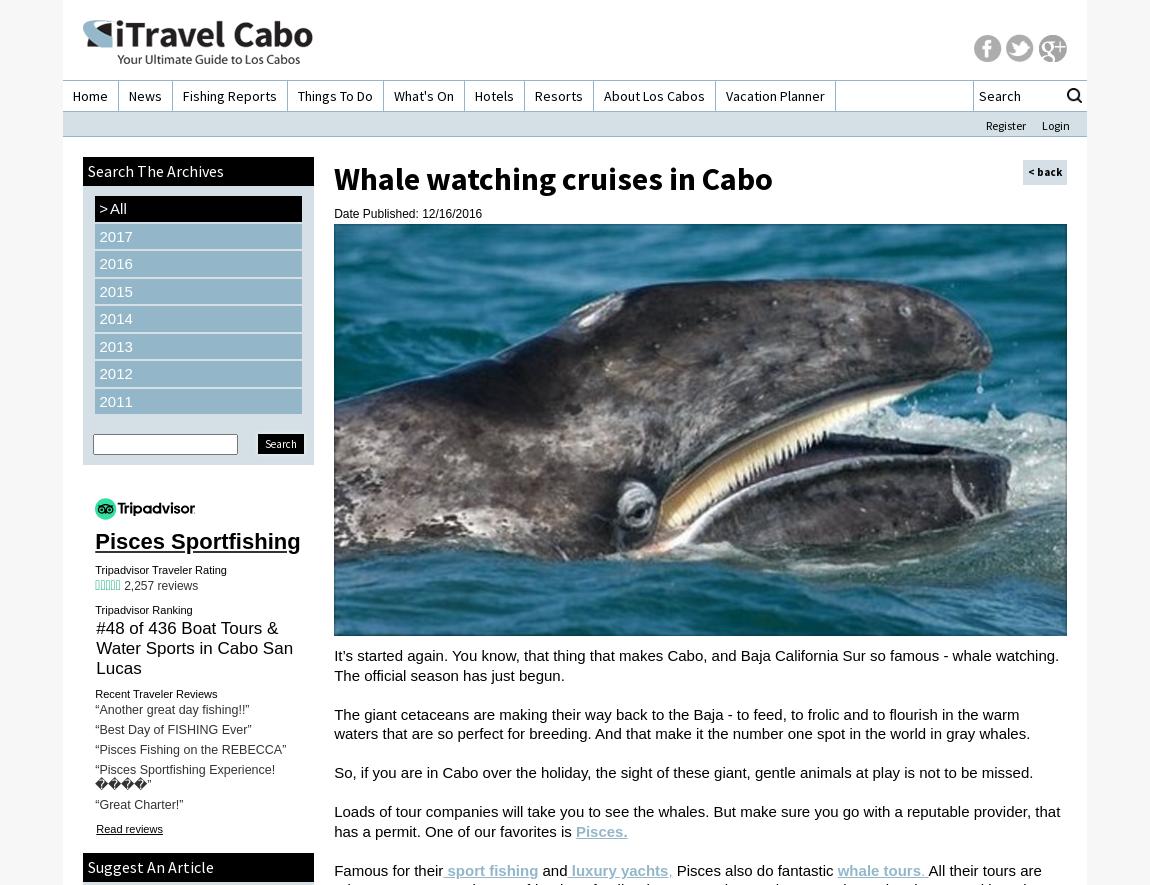 The width and height of the screenshot is (1150, 885). Describe the element at coordinates (494, 96) in the screenshot. I see `'Hotels'` at that location.